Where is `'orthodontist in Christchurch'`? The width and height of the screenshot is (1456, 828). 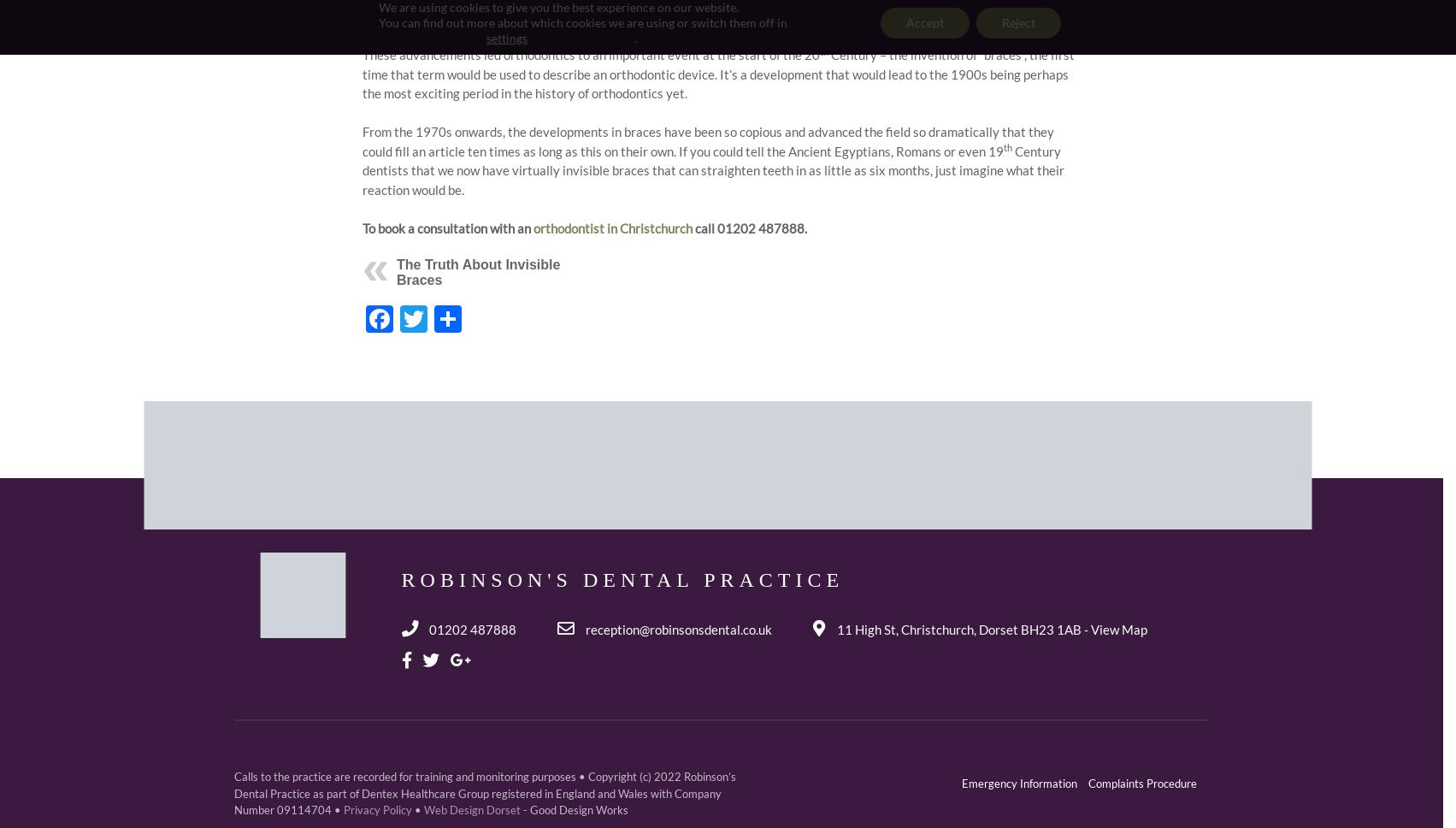
'orthodontist in Christchurch' is located at coordinates (532, 228).